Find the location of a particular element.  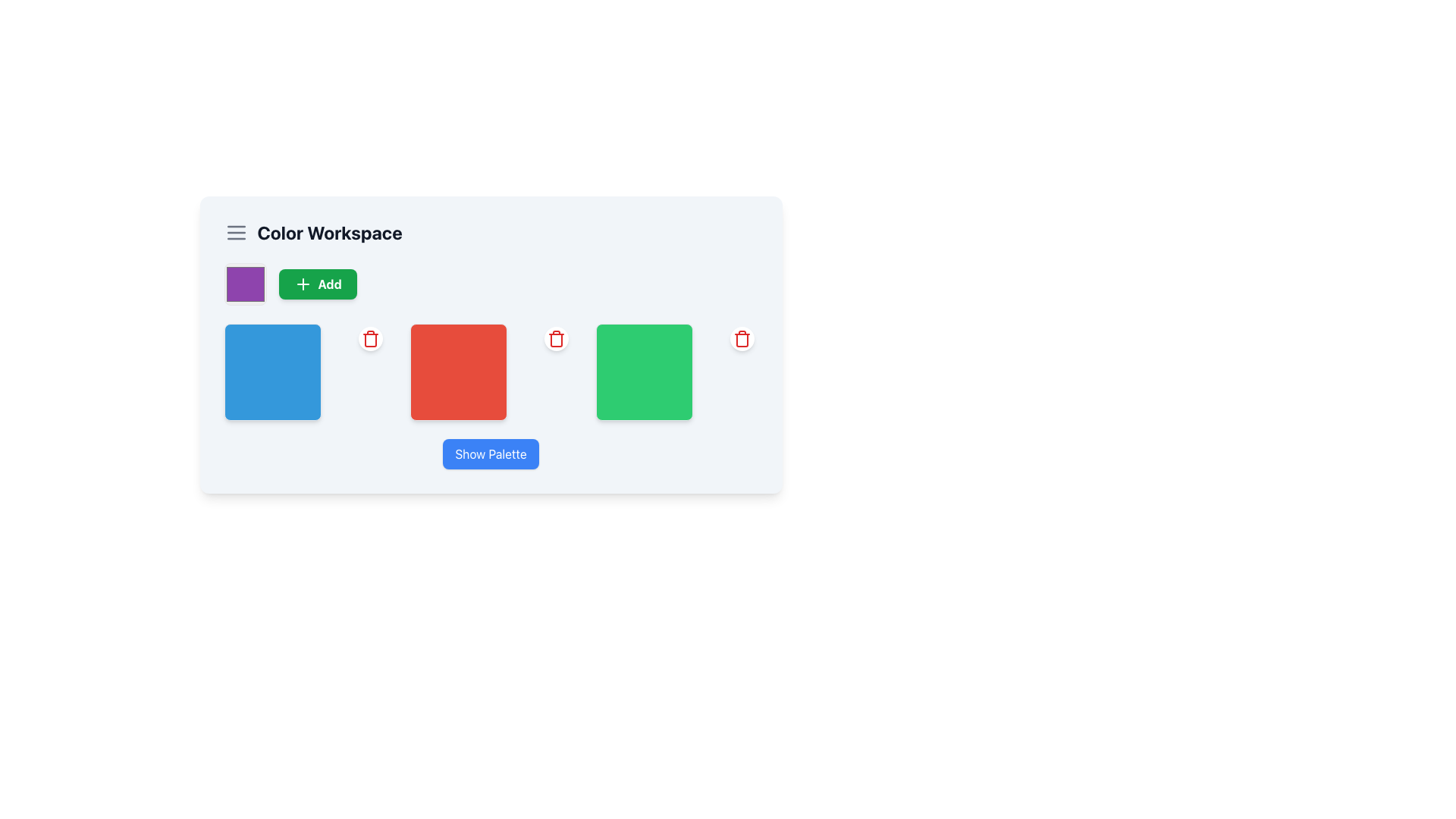

the trash can icon with a red border is located at coordinates (370, 339).